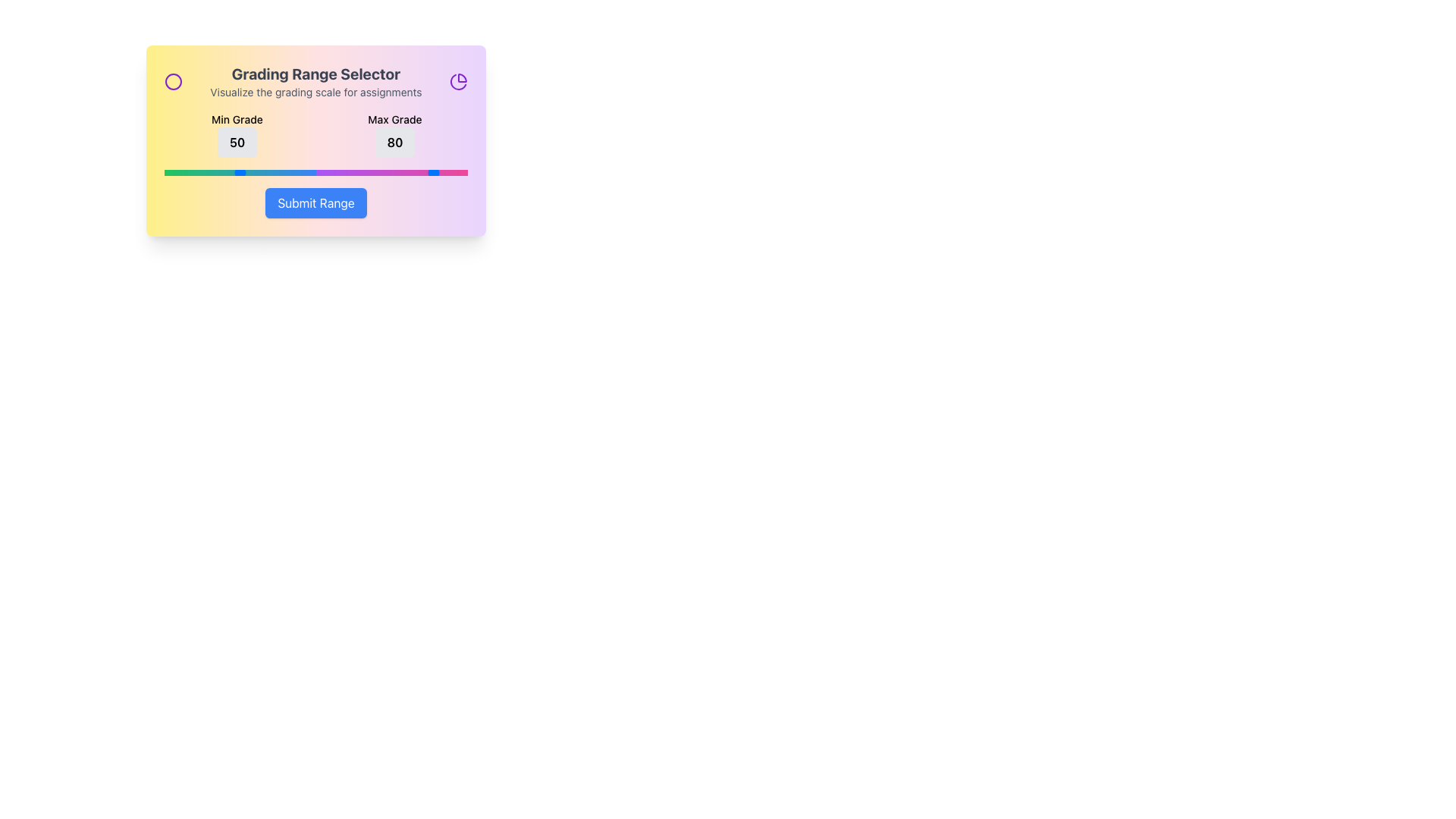  I want to click on the 'Max Grade' label which displays '80' in bold text, located on the right side of the 'Min Grade' component, so click(395, 133).